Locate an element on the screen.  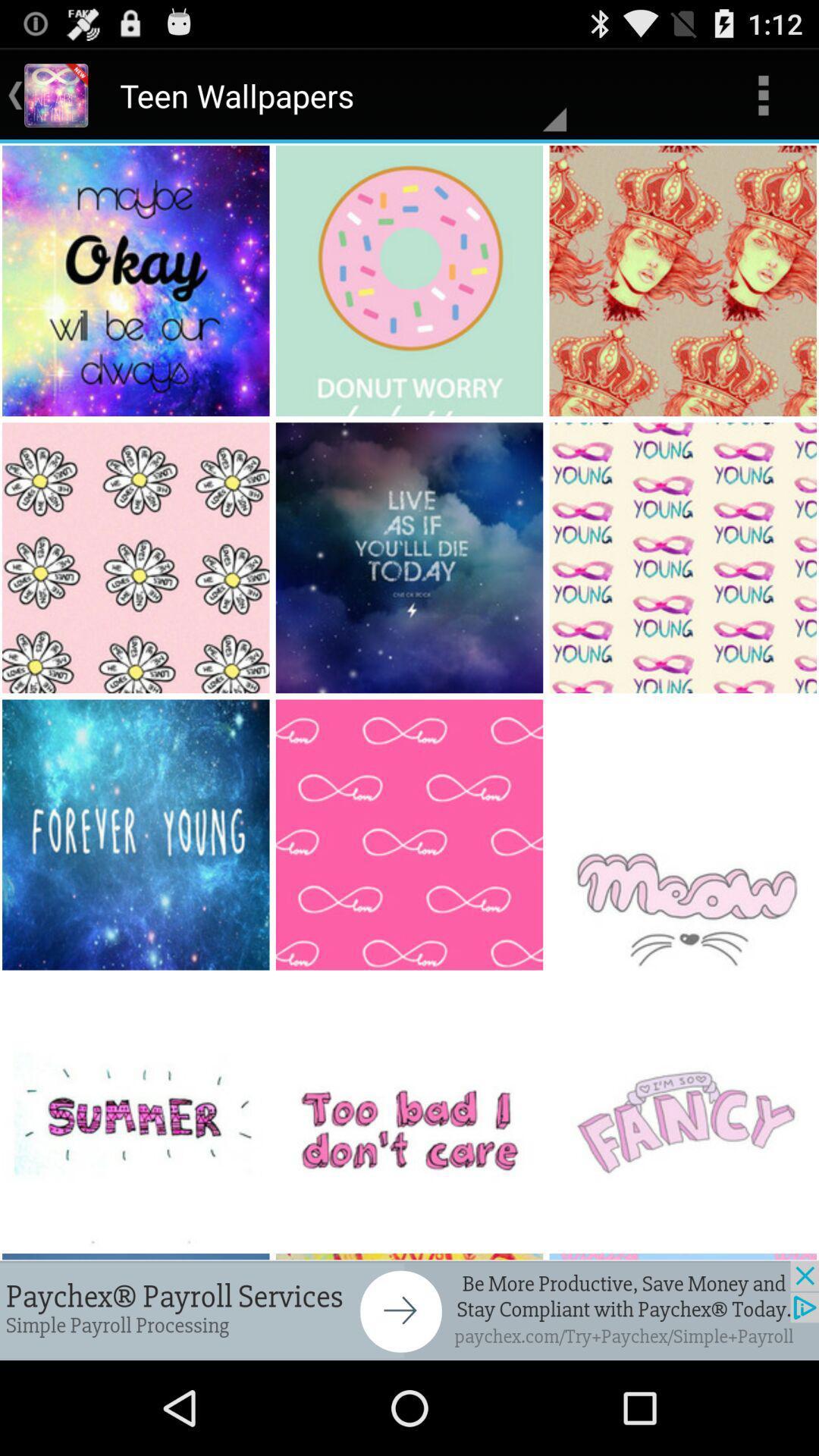
the image from bottom right corner is located at coordinates (684, 834).